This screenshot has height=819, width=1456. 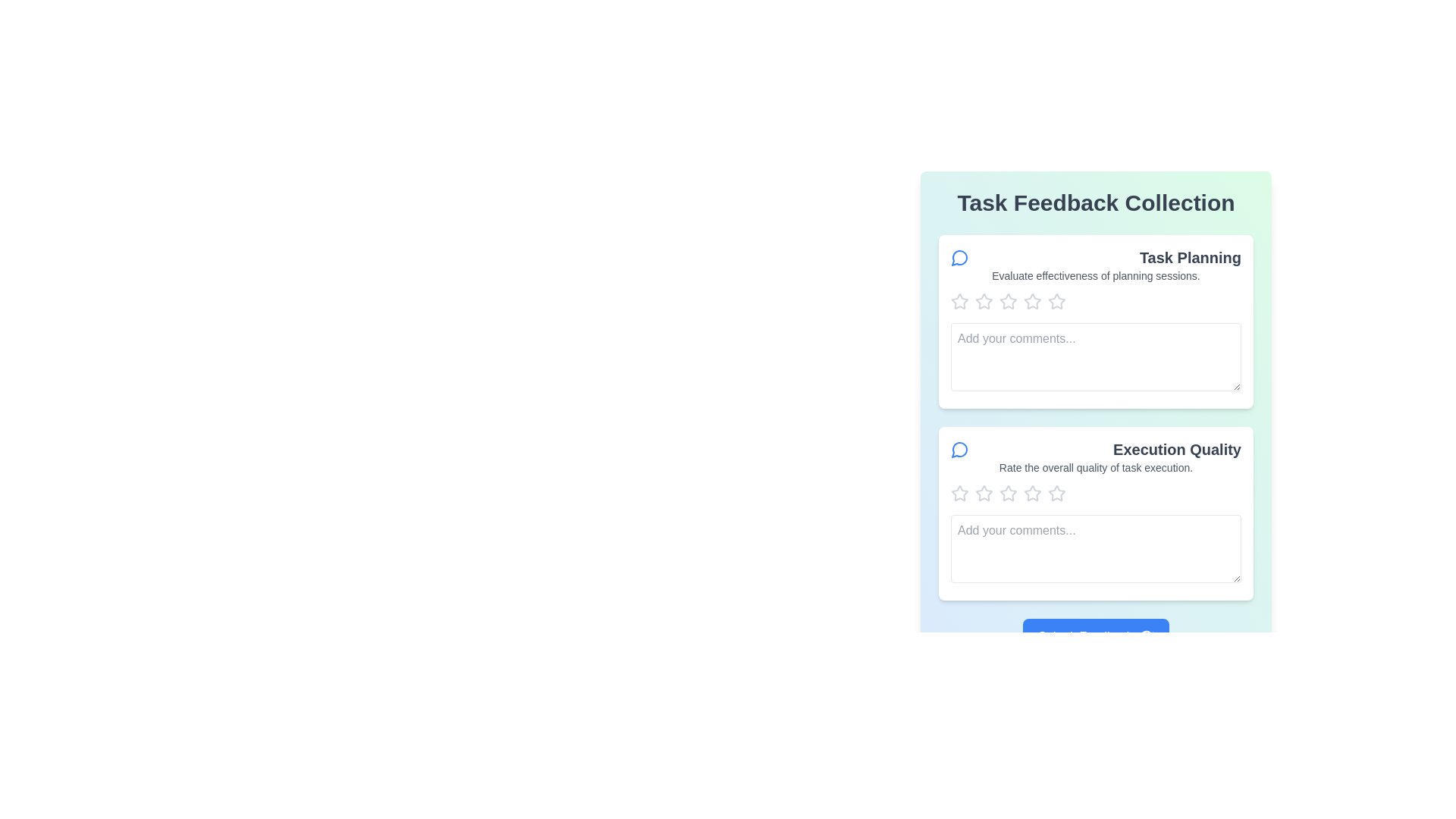 What do you see at coordinates (1096, 321) in the screenshot?
I see `the interactive stars in the Feedback form section titled 'Task Planning', which is styled with a white background and rounded corners` at bounding box center [1096, 321].